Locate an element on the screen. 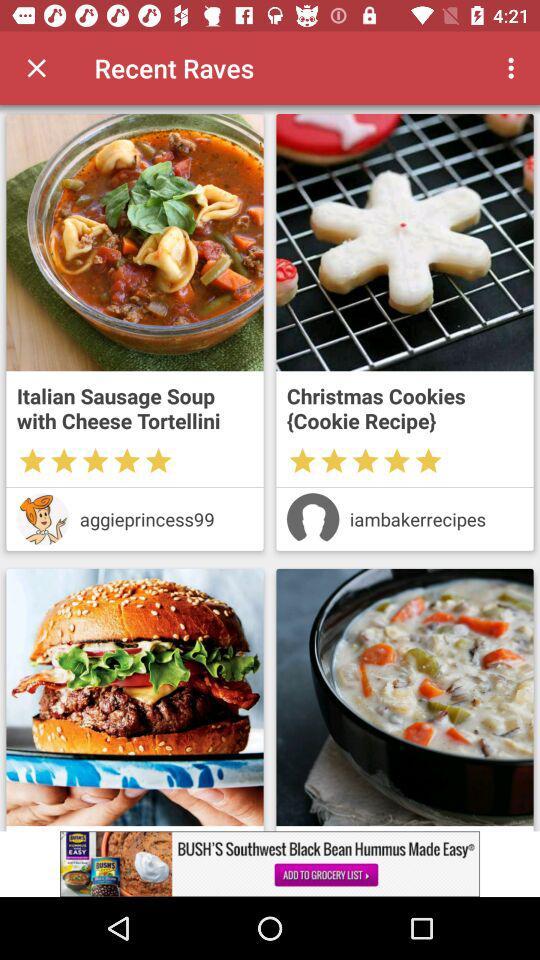 Image resolution: width=540 pixels, height=960 pixels. switch to recipe details is located at coordinates (405, 241).